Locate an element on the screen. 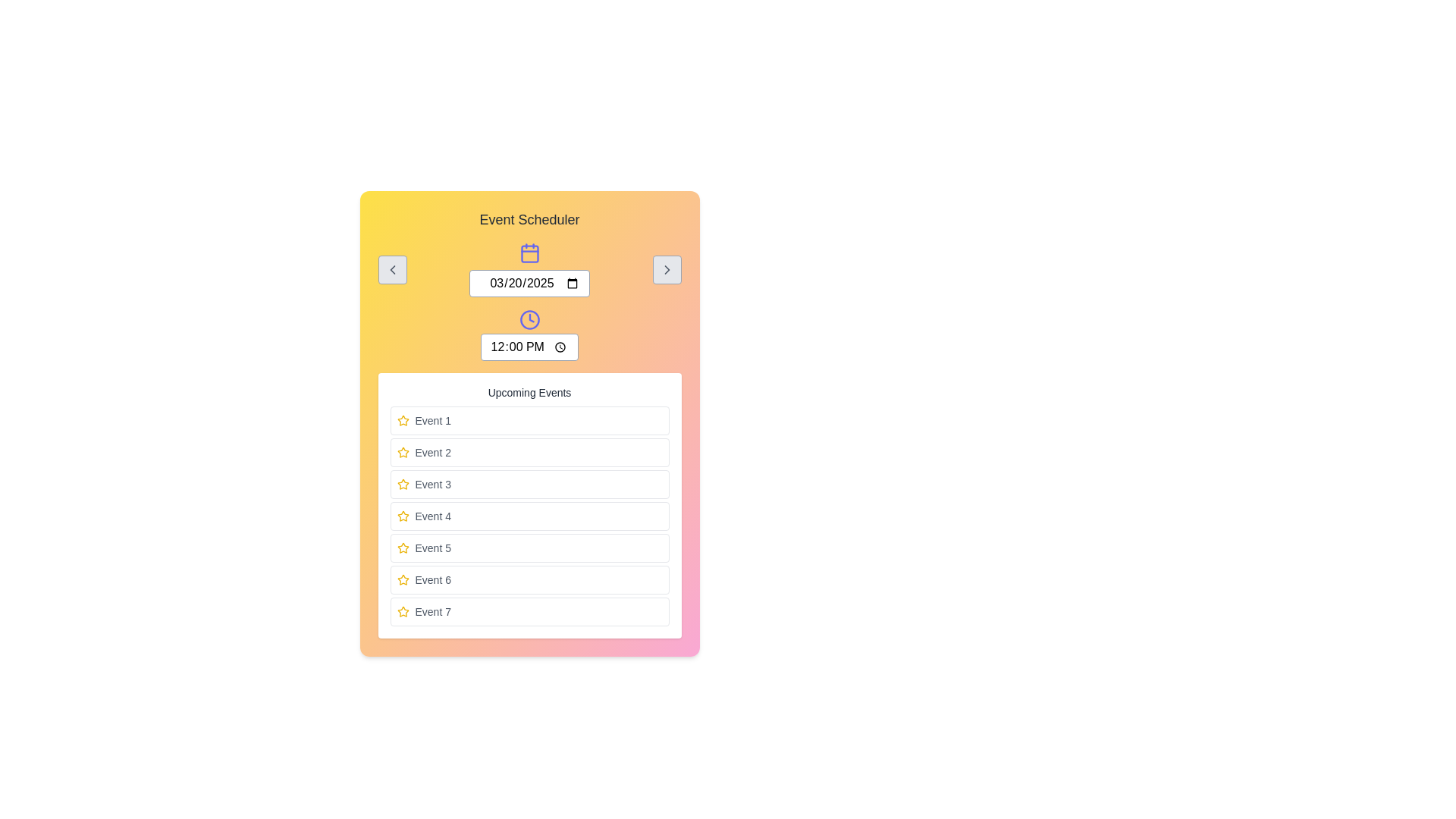  the circular graphical element of the clock icon that visually indicates time representation, located below the date field and above the time field in the scheduling interface is located at coordinates (529, 318).